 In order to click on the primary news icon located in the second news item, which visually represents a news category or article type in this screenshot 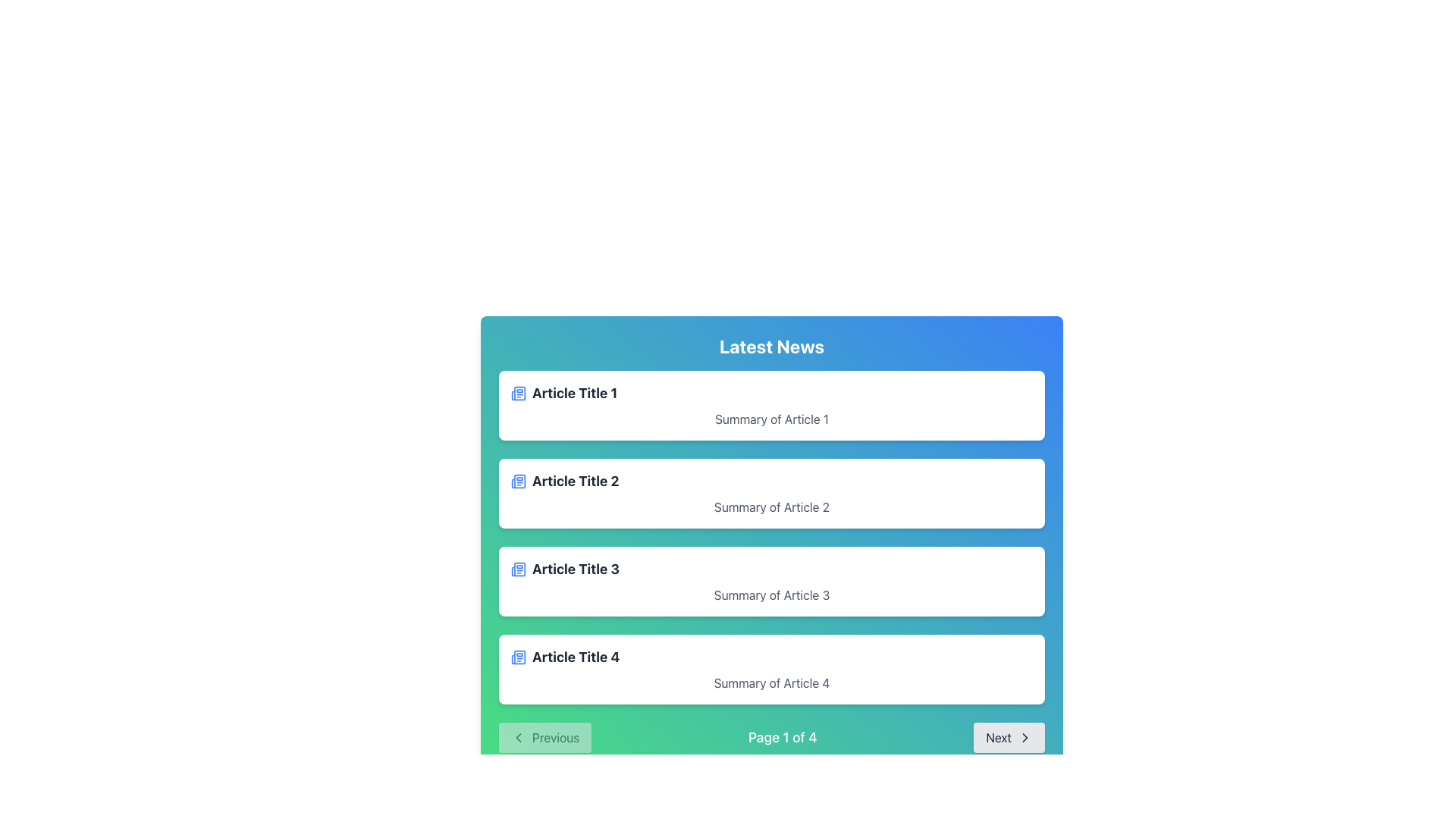, I will do `click(519, 482)`.